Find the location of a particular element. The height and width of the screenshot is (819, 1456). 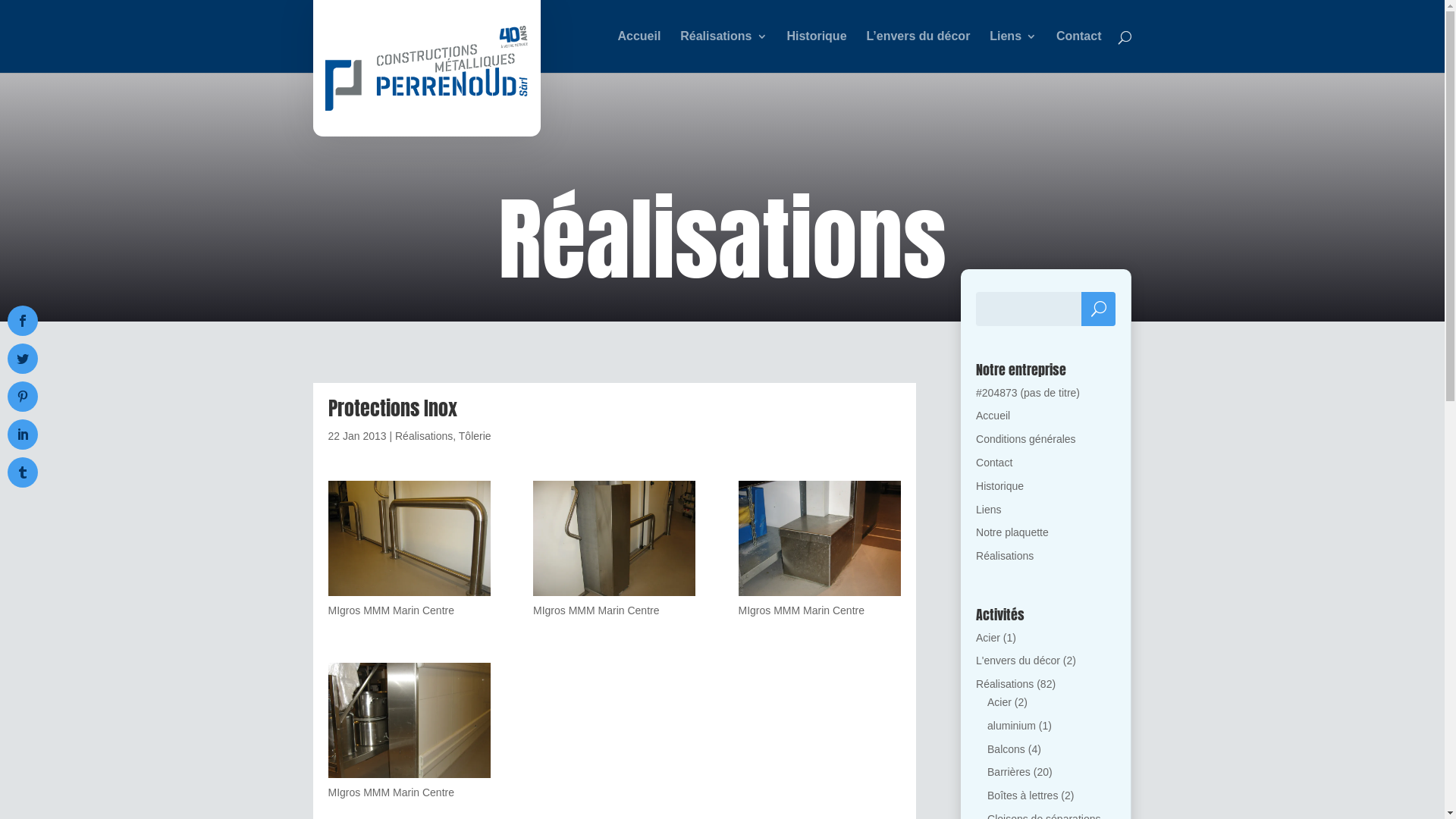

'Contact' is located at coordinates (993, 461).